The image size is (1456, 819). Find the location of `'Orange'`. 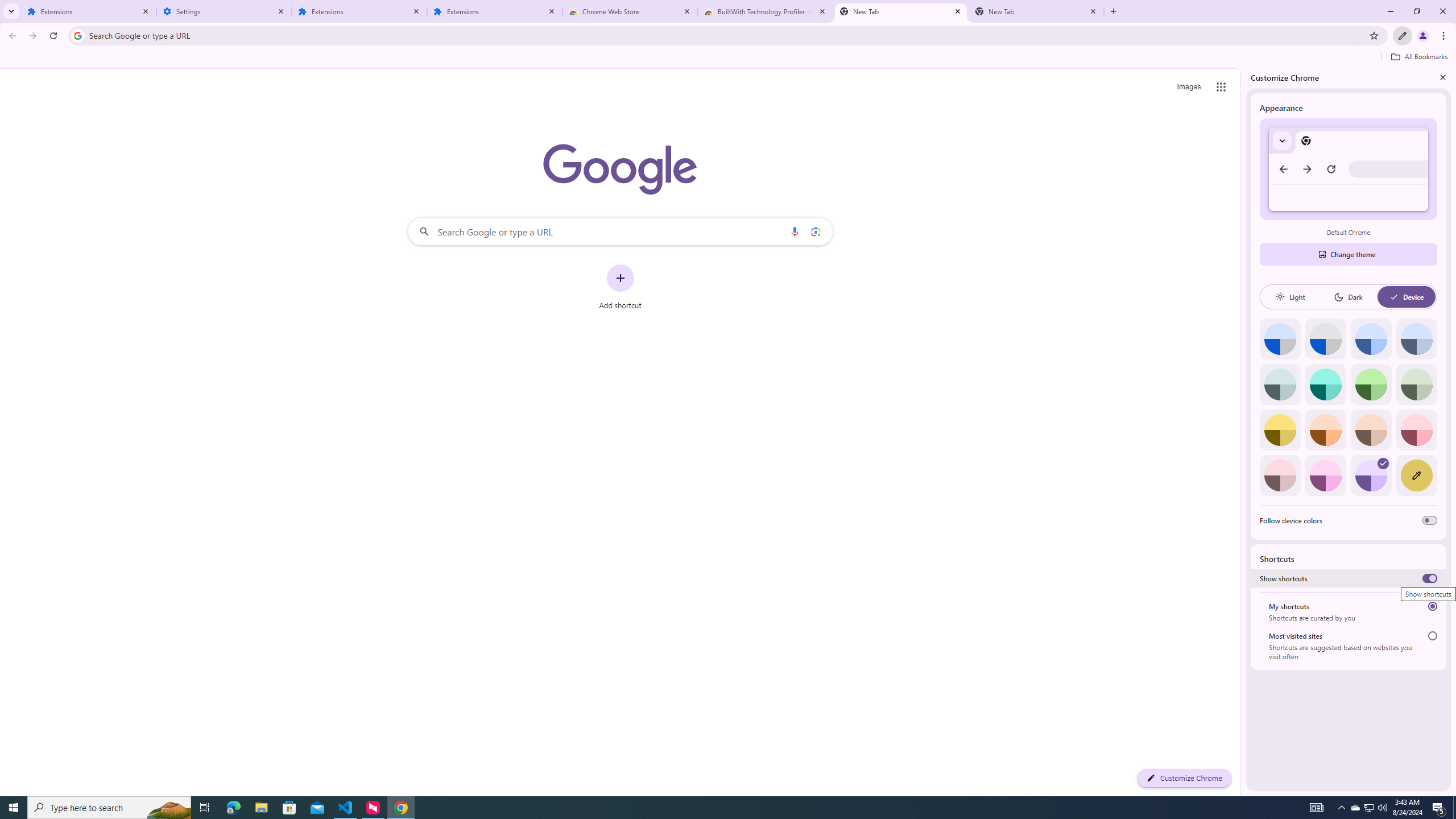

'Orange' is located at coordinates (1325, 429).